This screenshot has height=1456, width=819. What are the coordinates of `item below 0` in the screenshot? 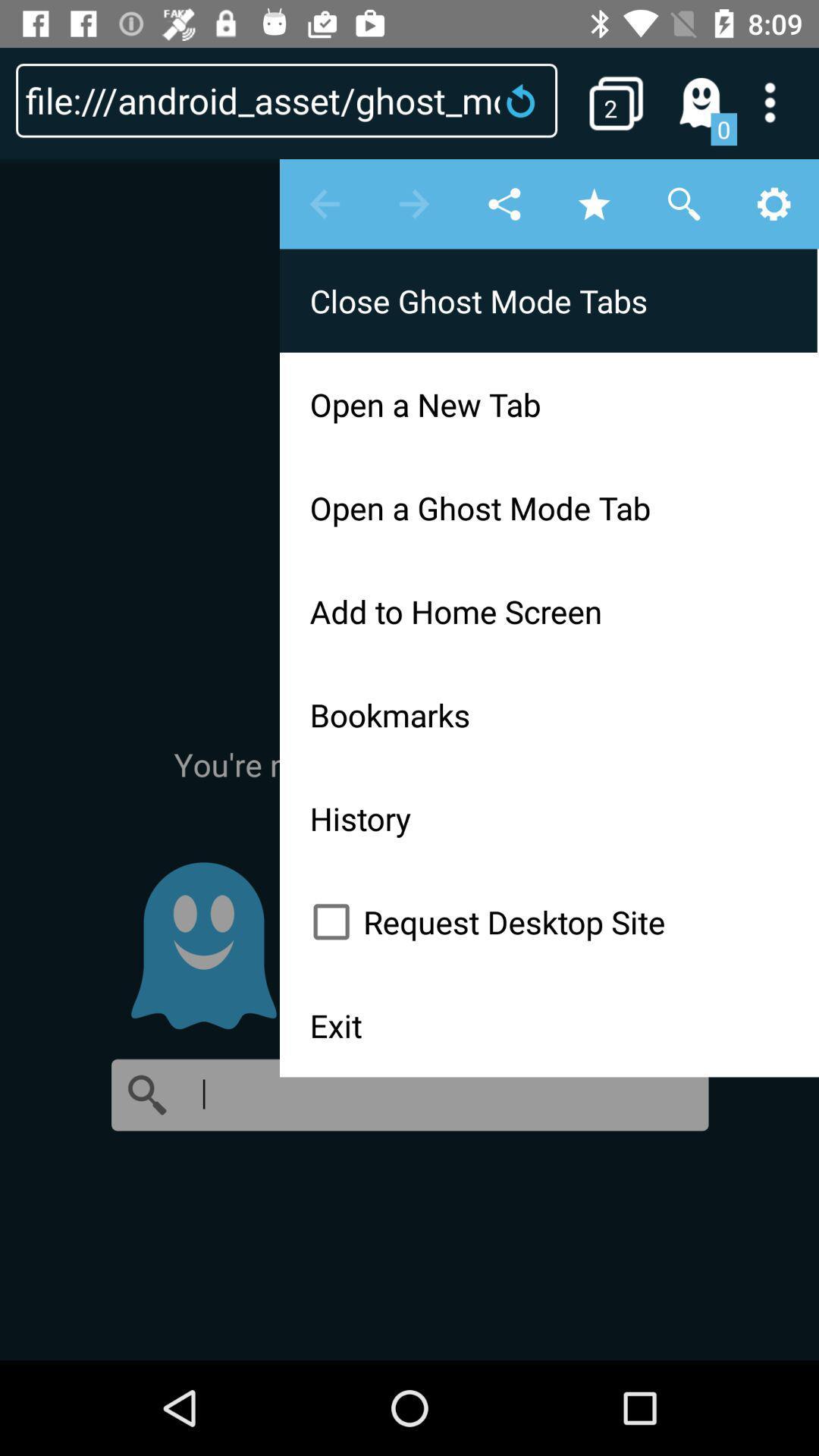 It's located at (409, 758).